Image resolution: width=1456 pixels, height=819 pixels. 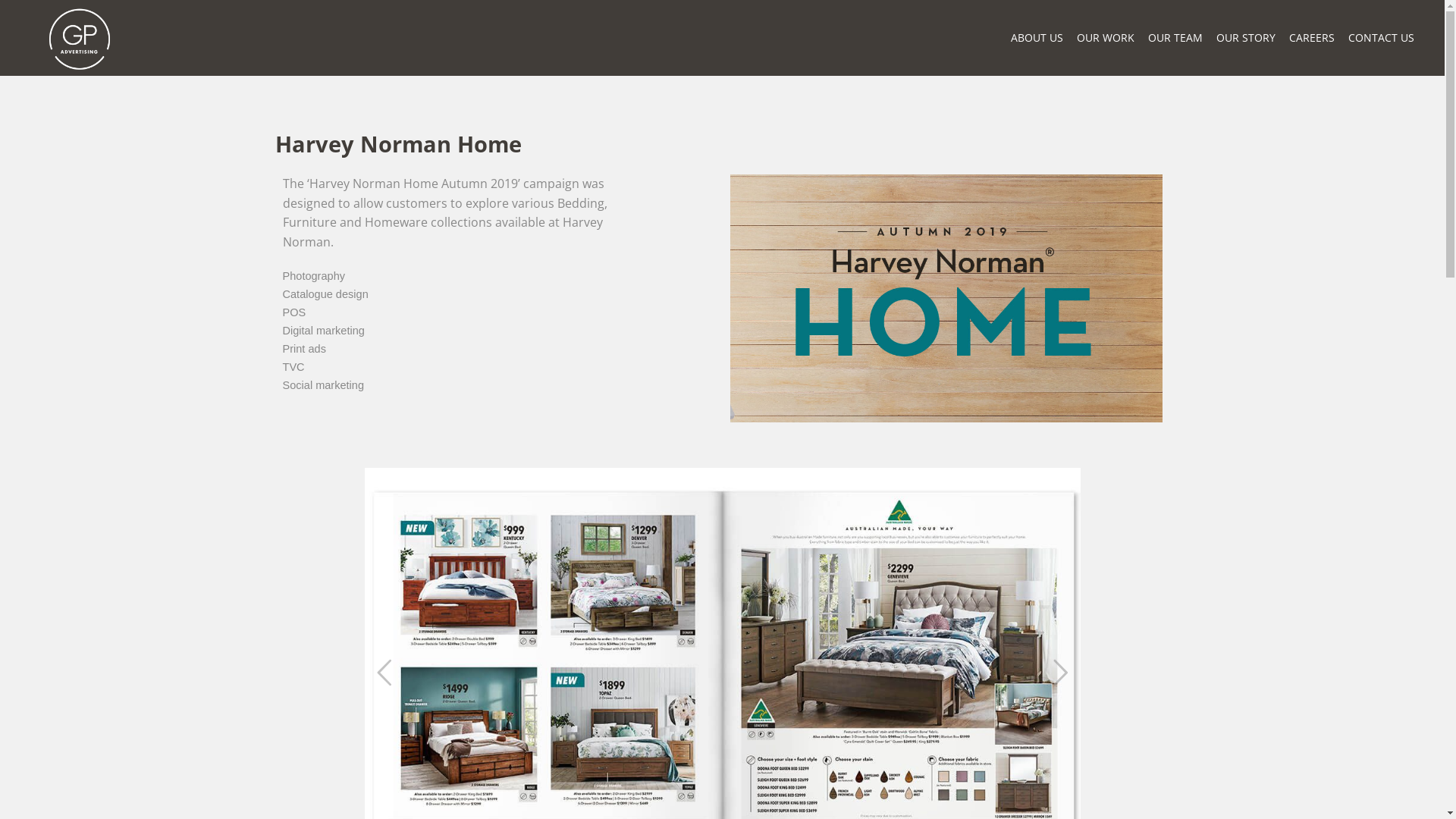 What do you see at coordinates (1245, 36) in the screenshot?
I see `'OUR STORY'` at bounding box center [1245, 36].